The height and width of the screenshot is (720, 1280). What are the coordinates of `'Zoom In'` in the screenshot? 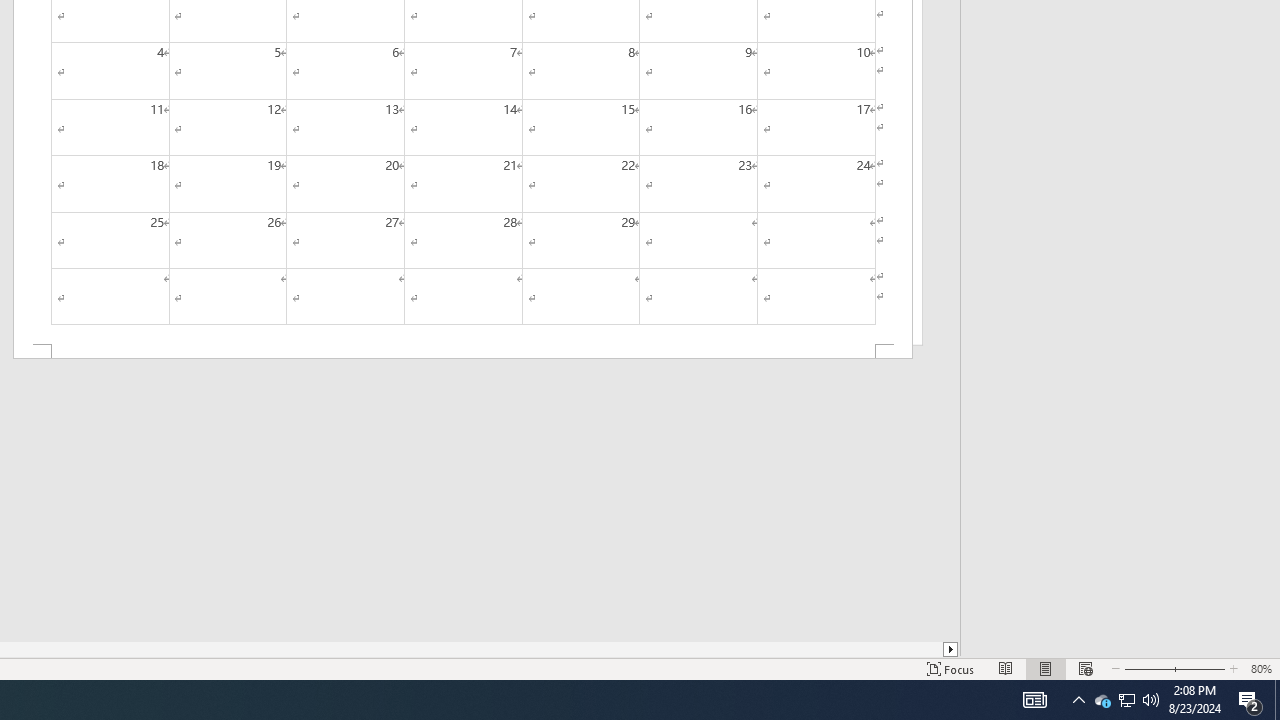 It's located at (1196, 669).